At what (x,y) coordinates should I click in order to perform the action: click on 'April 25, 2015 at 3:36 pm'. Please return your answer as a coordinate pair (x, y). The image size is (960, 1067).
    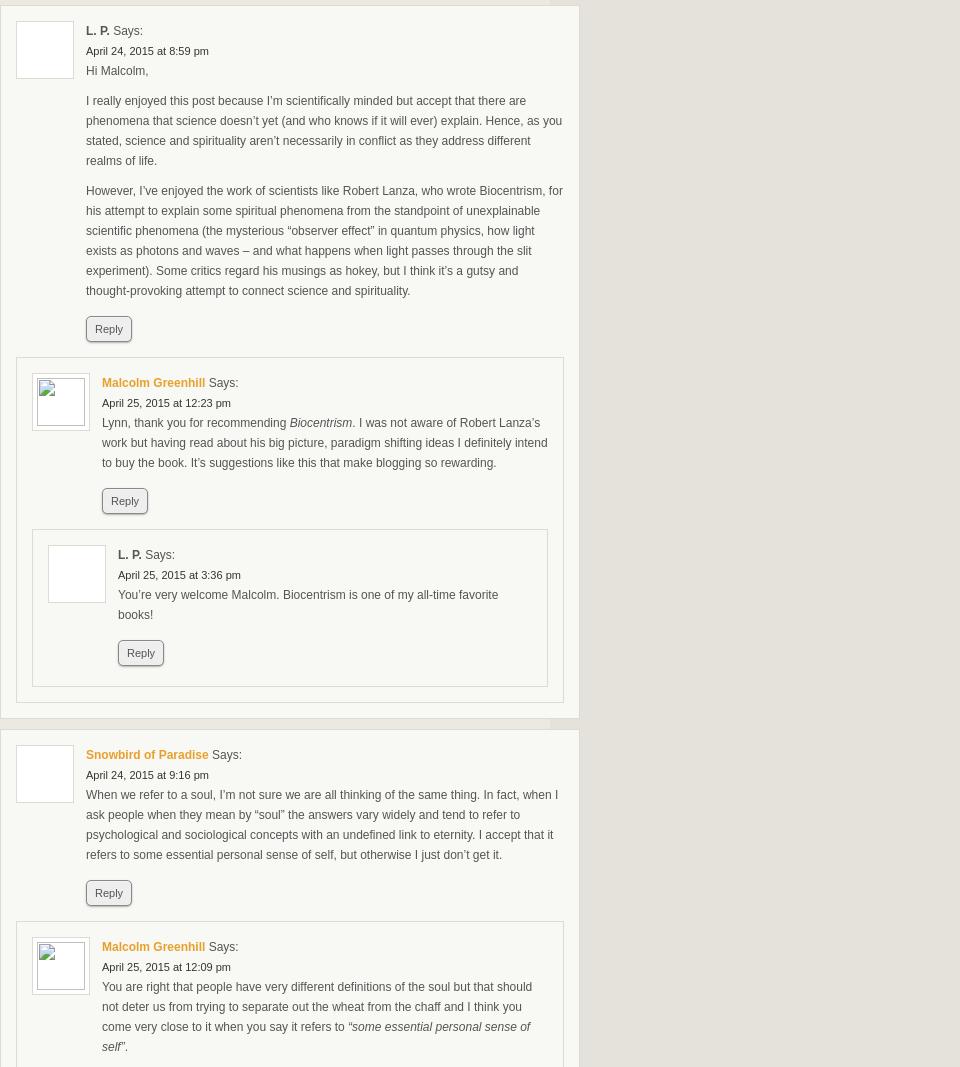
    Looking at the image, I should click on (178, 575).